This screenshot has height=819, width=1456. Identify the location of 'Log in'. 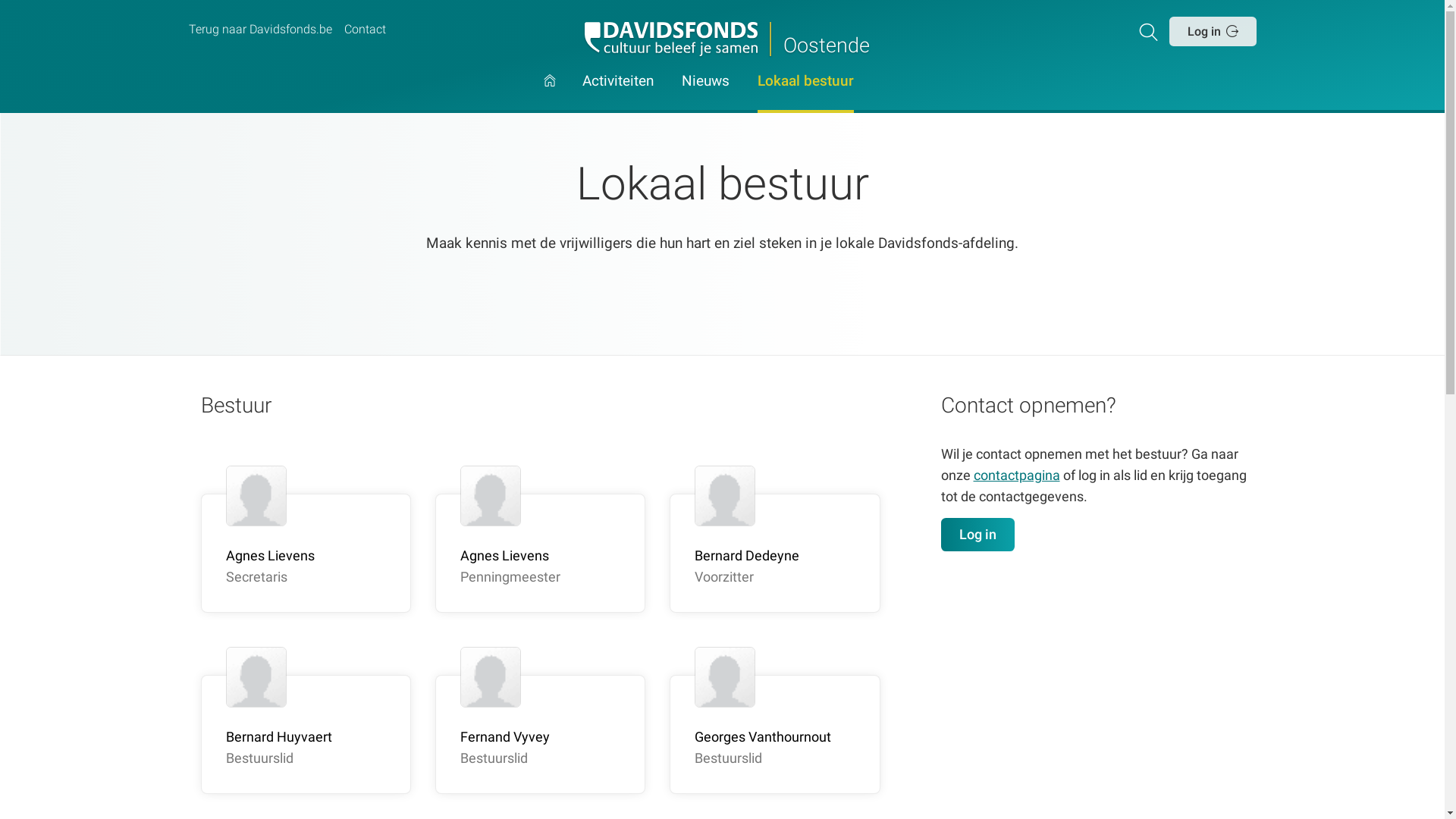
(1211, 31).